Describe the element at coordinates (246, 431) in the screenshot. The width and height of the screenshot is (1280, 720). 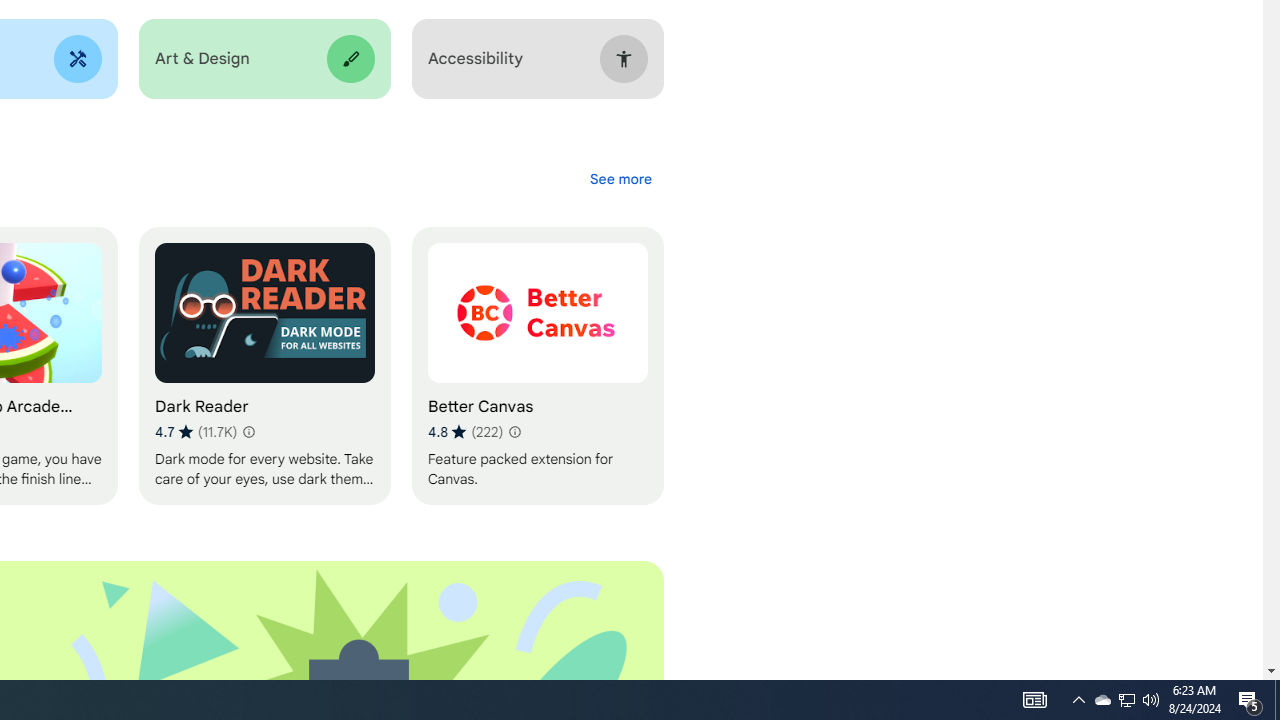
I see `'Learn more about results and reviews "Dark Reader"'` at that location.